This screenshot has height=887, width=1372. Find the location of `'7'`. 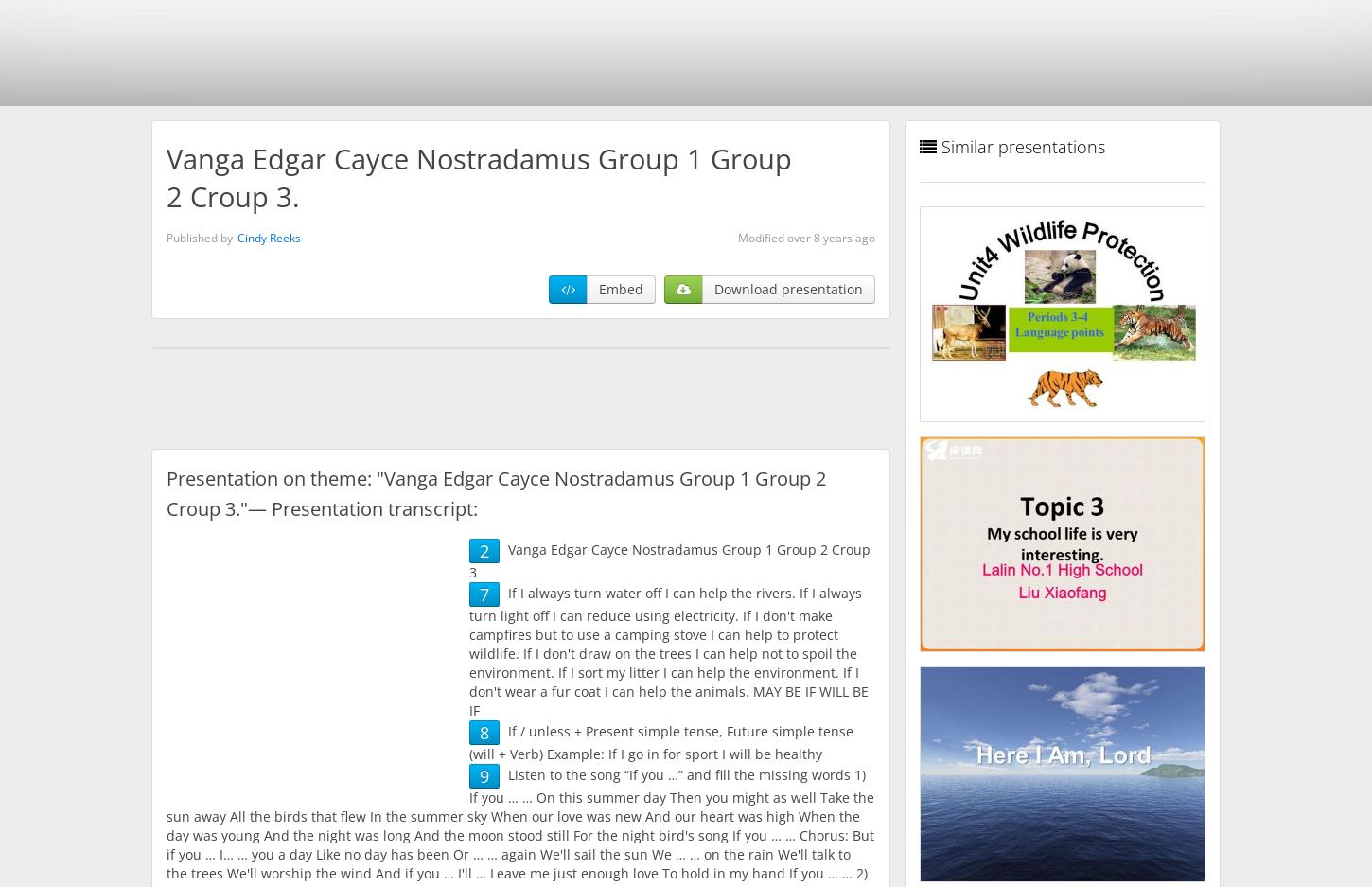

'7' is located at coordinates (480, 594).